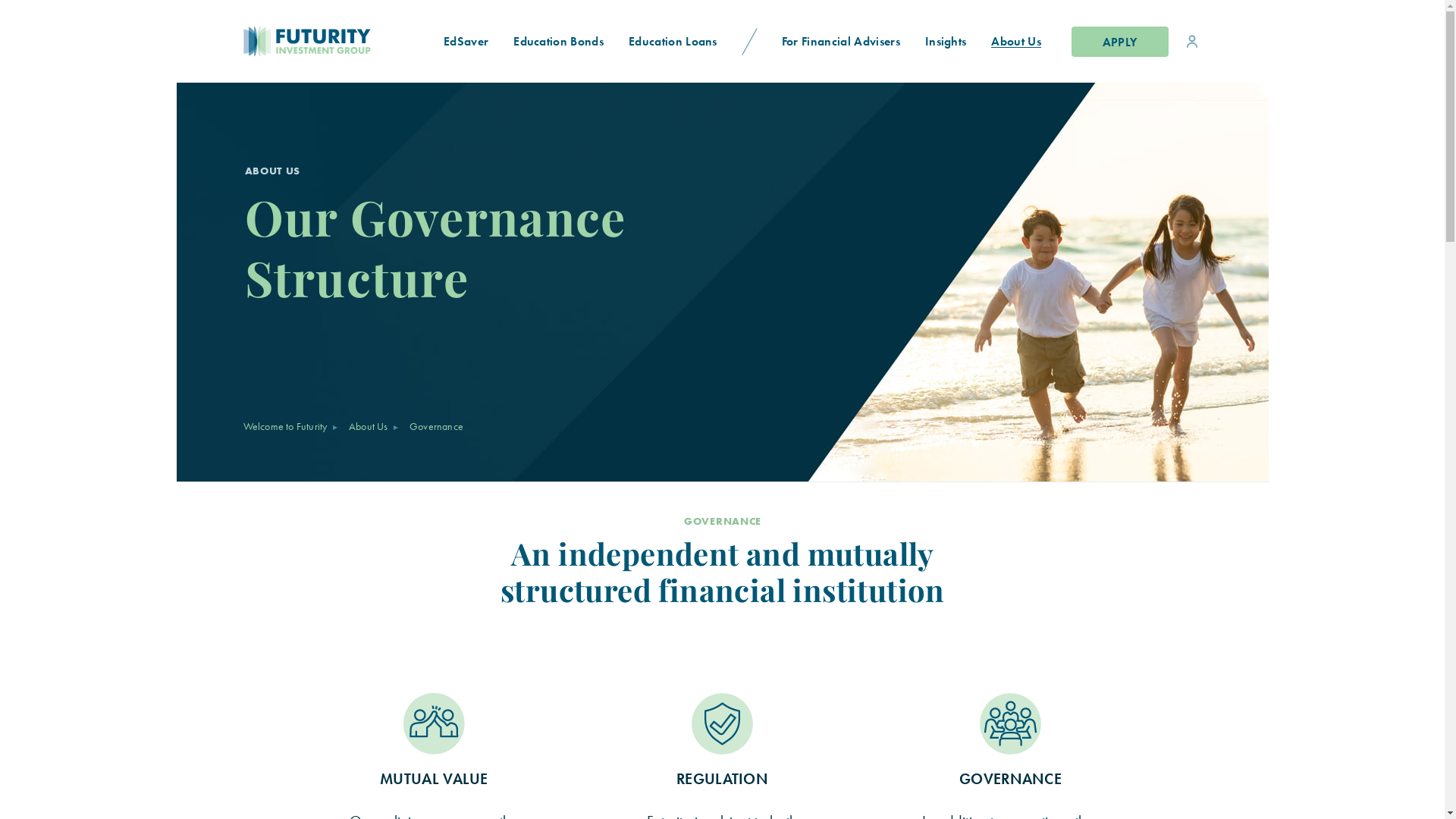  Describe the element at coordinates (616, 40) in the screenshot. I see `'Education Loans'` at that location.